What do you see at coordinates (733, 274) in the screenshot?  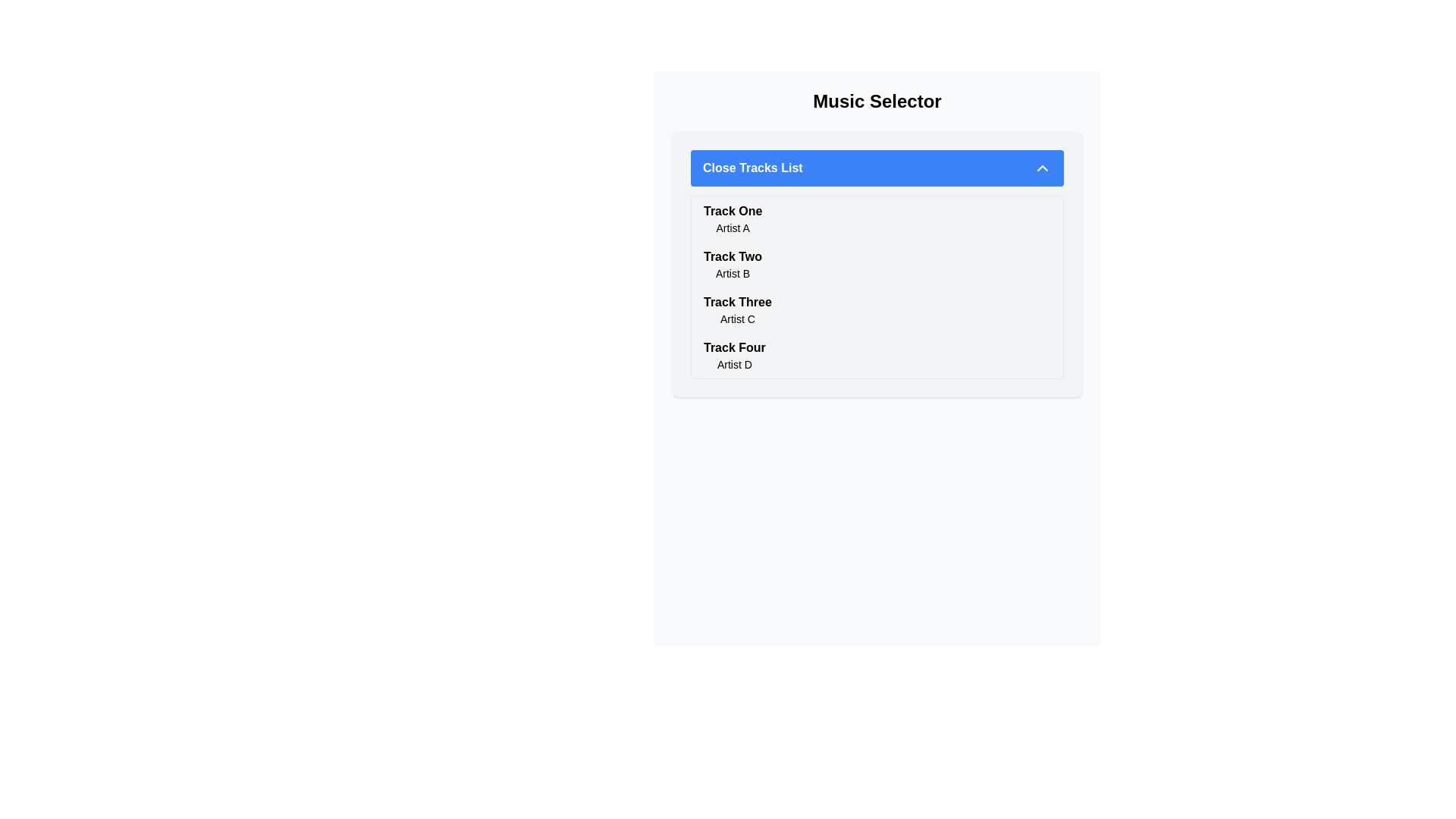 I see `the text label displaying the artist's name for 'Track Two' located directly below the 'Track Two' text in the 'Music Selector' dropdown` at bounding box center [733, 274].